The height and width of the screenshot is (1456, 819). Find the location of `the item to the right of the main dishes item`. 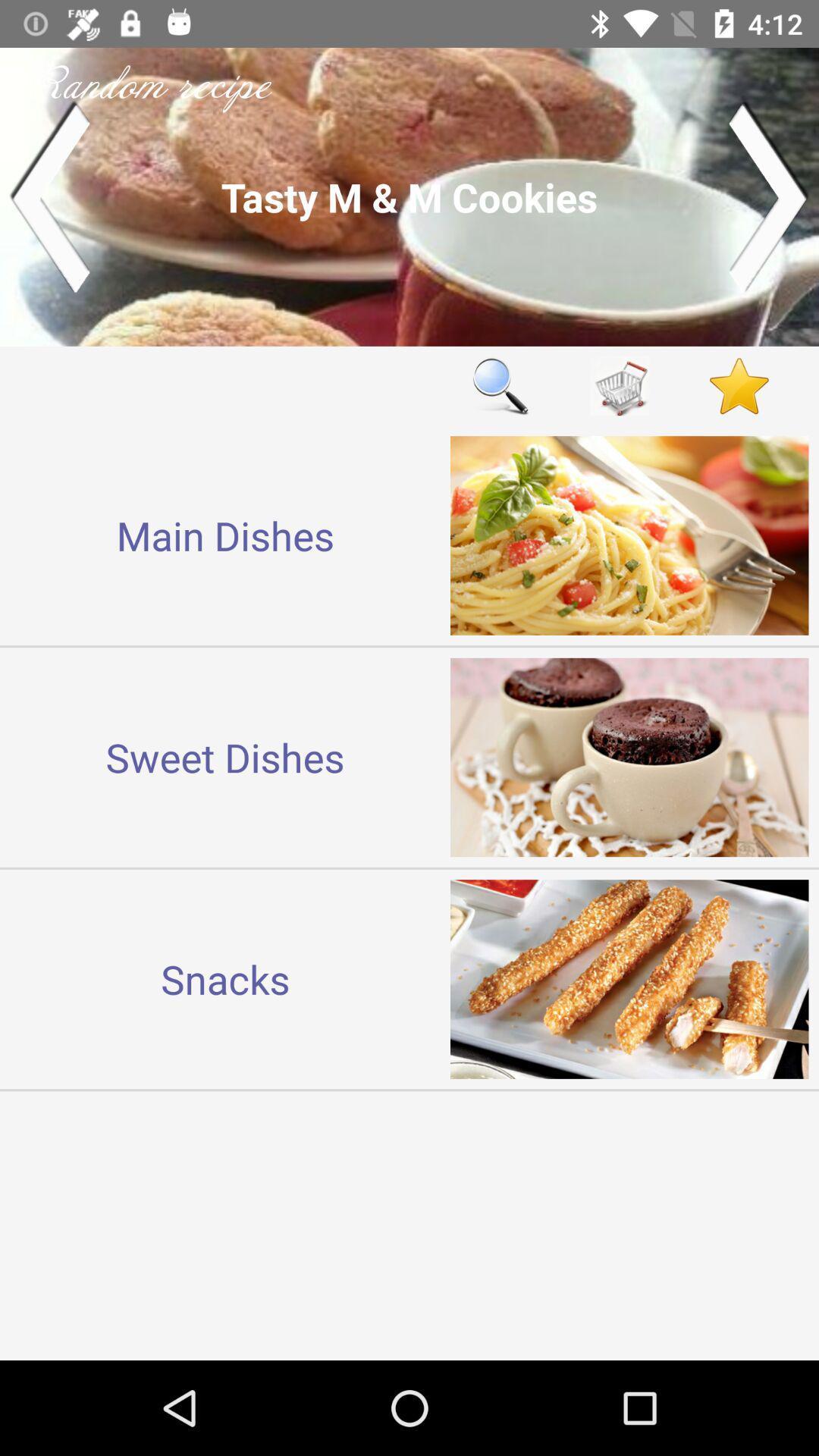

the item to the right of the main dishes item is located at coordinates (500, 386).